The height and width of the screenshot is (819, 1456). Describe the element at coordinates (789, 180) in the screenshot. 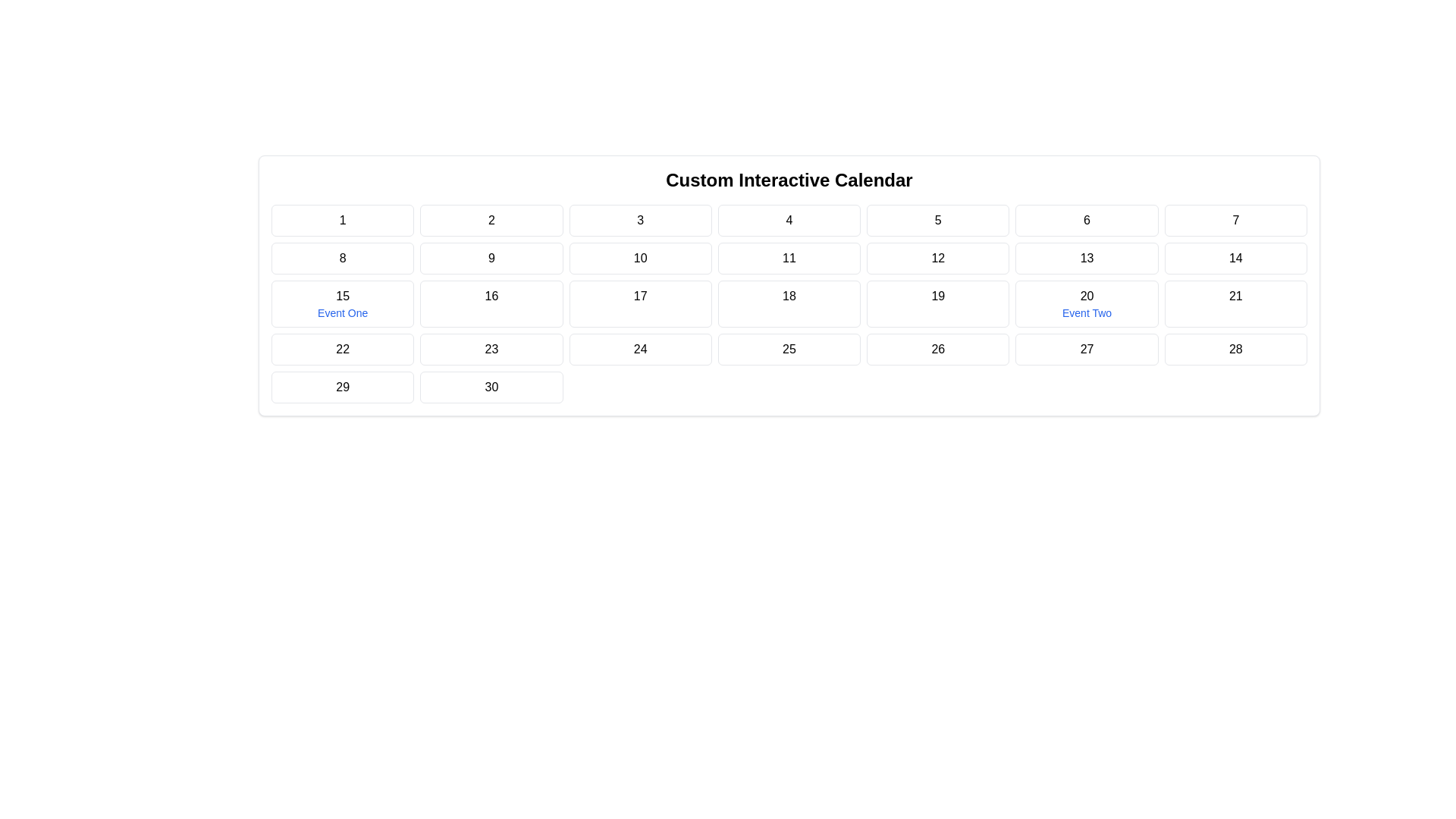

I see `the textual header 'Custom Interactive Calendar', which is styled in bold and located at the top of the interface` at that location.